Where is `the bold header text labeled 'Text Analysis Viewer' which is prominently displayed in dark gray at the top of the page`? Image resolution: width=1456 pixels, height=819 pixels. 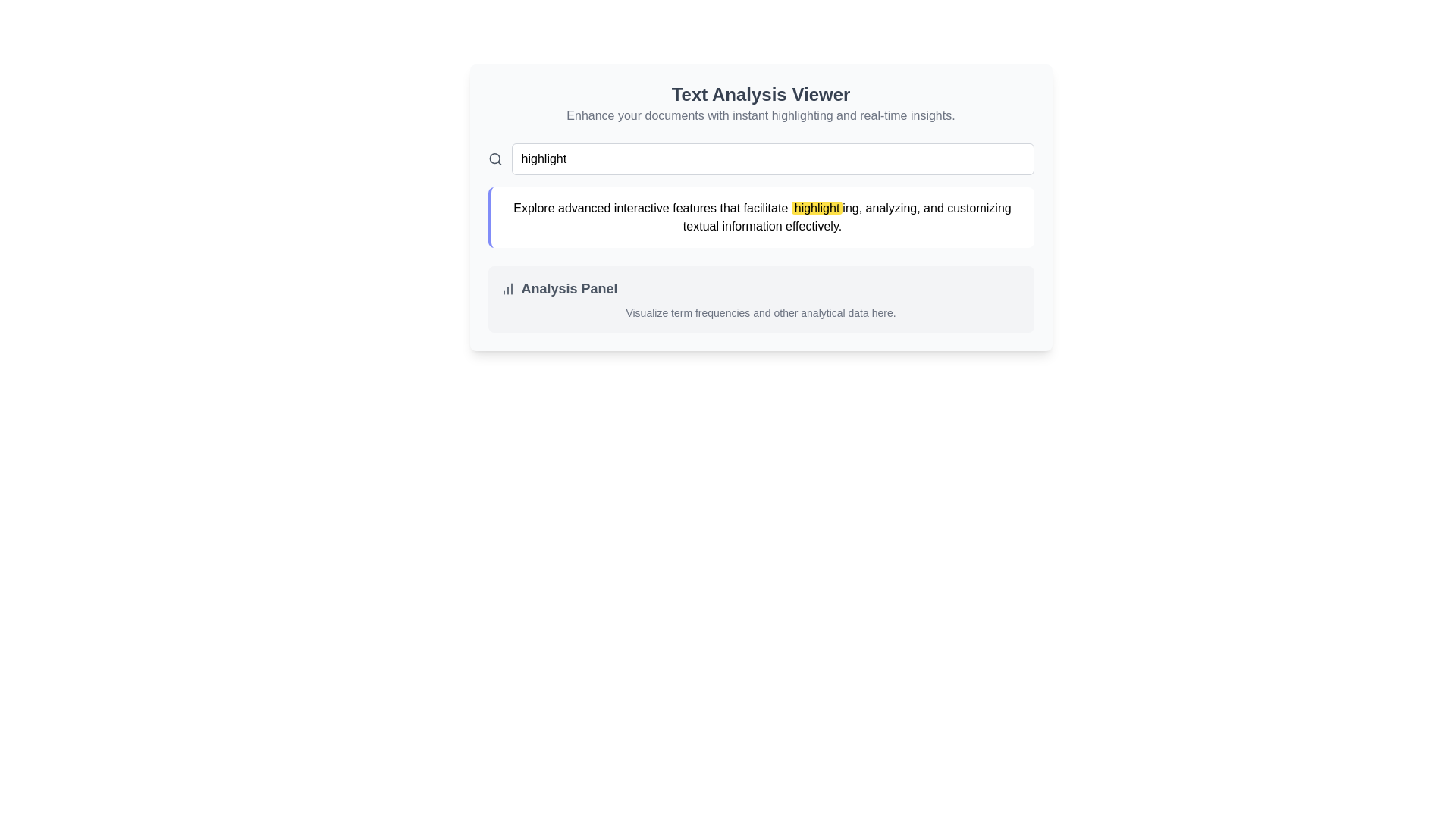
the bold header text labeled 'Text Analysis Viewer' which is prominently displayed in dark gray at the top of the page is located at coordinates (761, 94).